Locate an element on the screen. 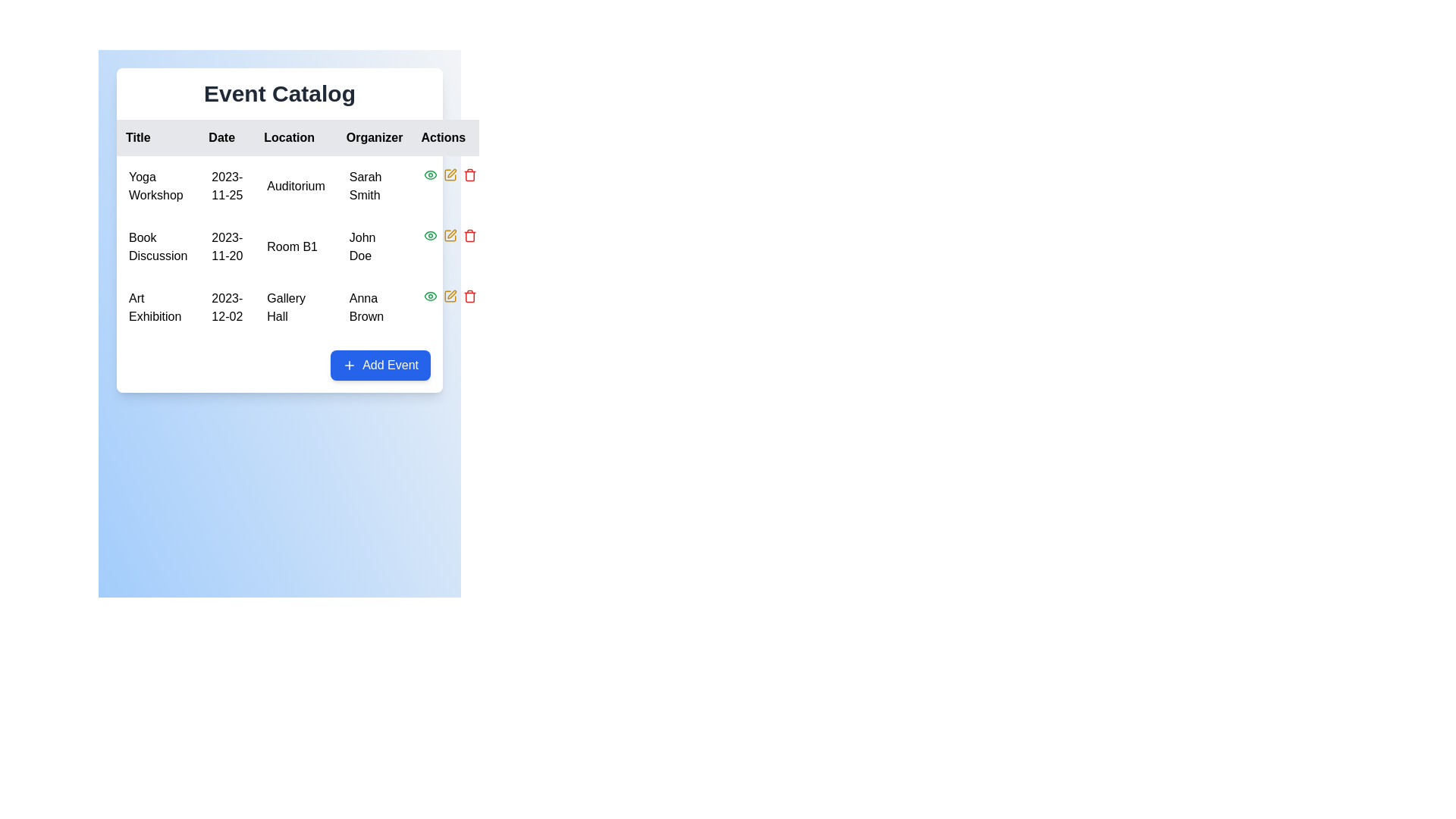  the text element displaying 'Sarah Smith' located in the 'Organizer' column of the event catalog table, specifically in the row for 'Yoga Workshop' is located at coordinates (375, 186).